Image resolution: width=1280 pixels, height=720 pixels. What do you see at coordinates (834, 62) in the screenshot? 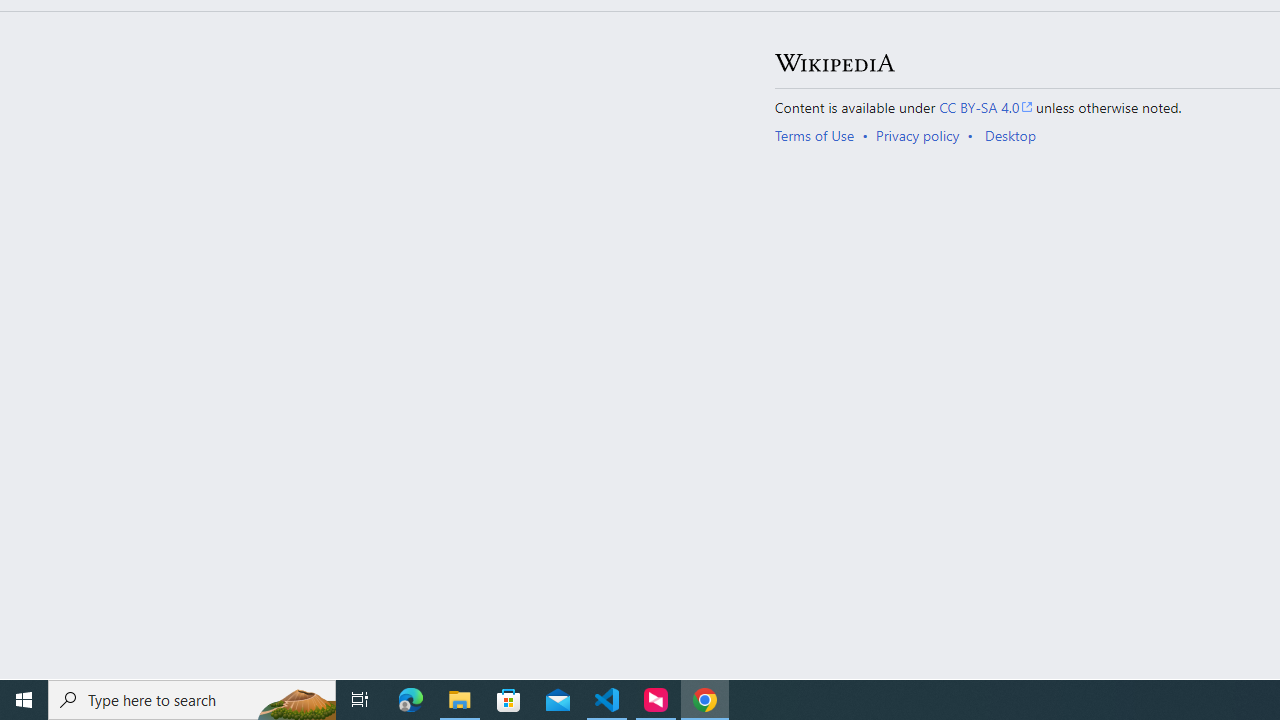
I see `'Wikipedia'` at bounding box center [834, 62].